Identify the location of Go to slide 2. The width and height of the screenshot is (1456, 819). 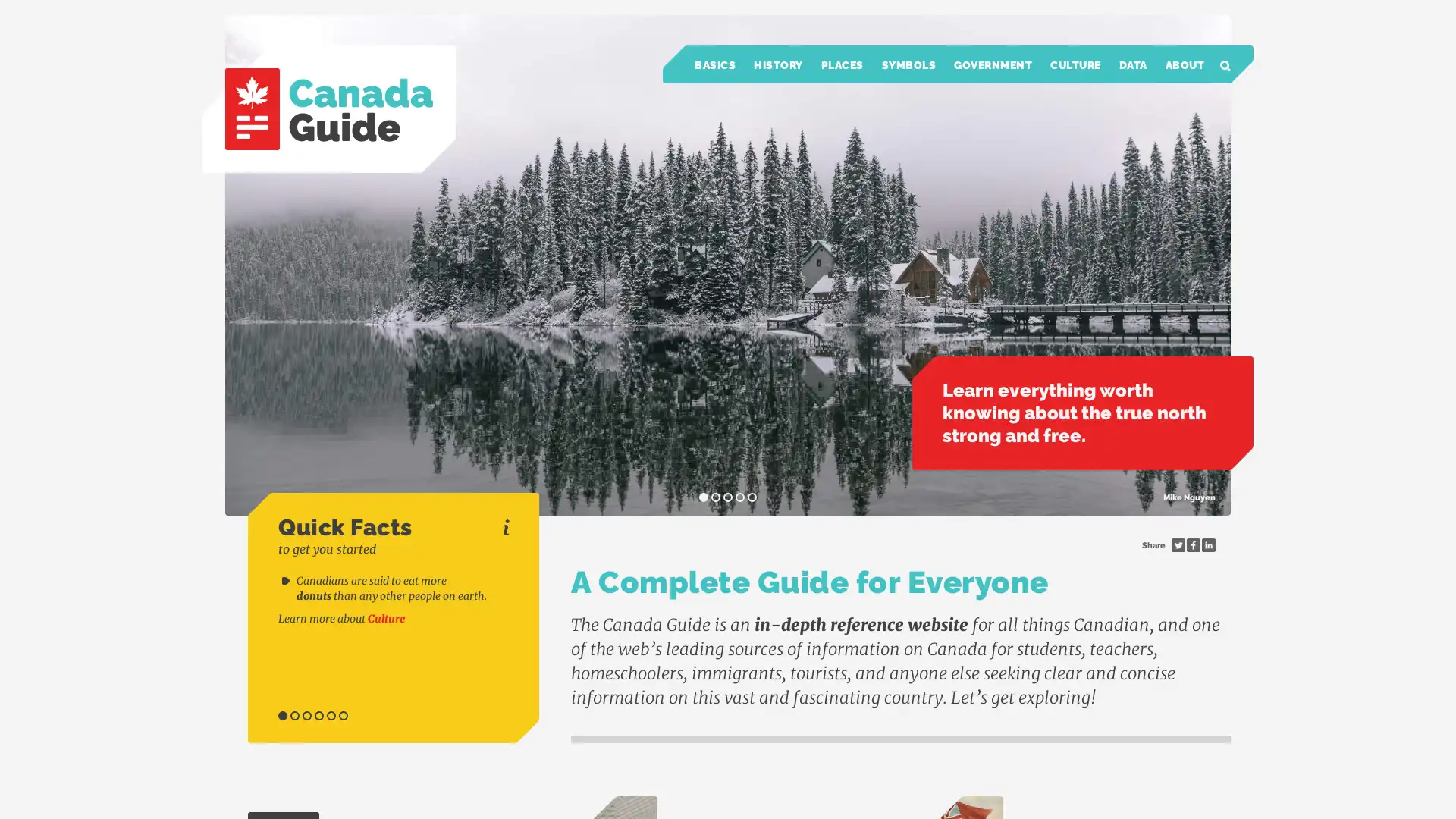
(715, 497).